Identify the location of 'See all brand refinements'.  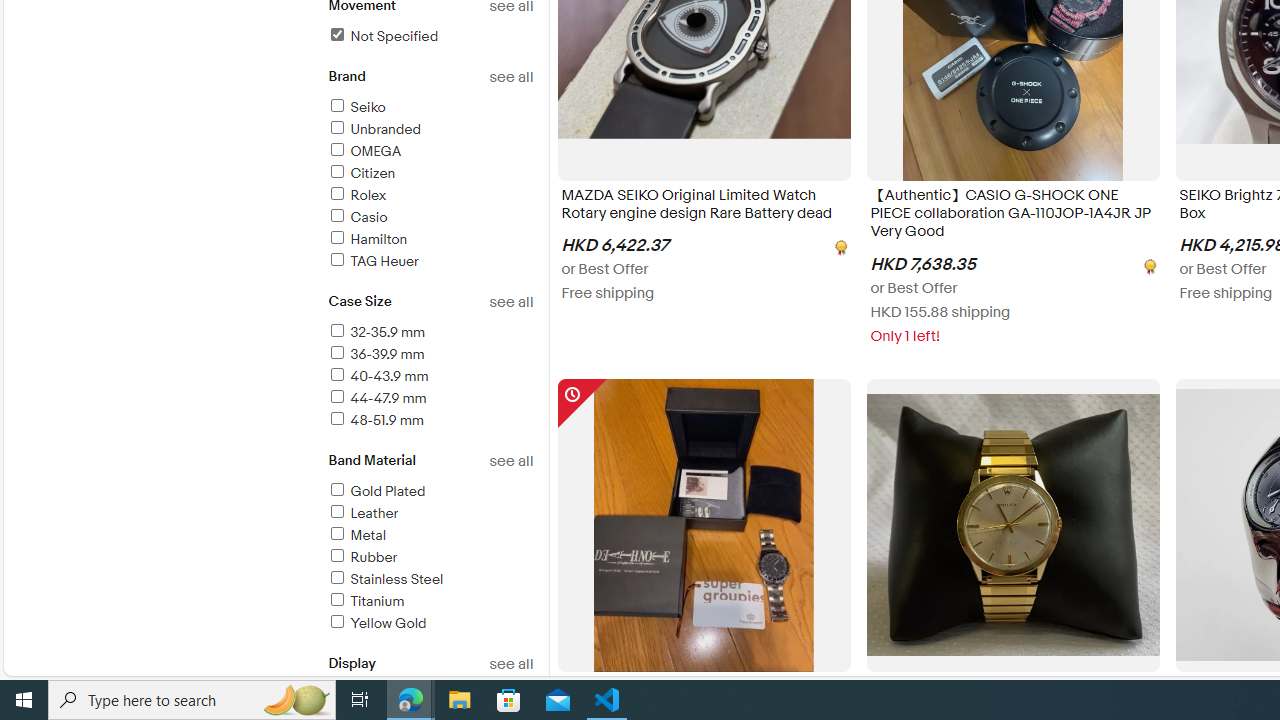
(511, 76).